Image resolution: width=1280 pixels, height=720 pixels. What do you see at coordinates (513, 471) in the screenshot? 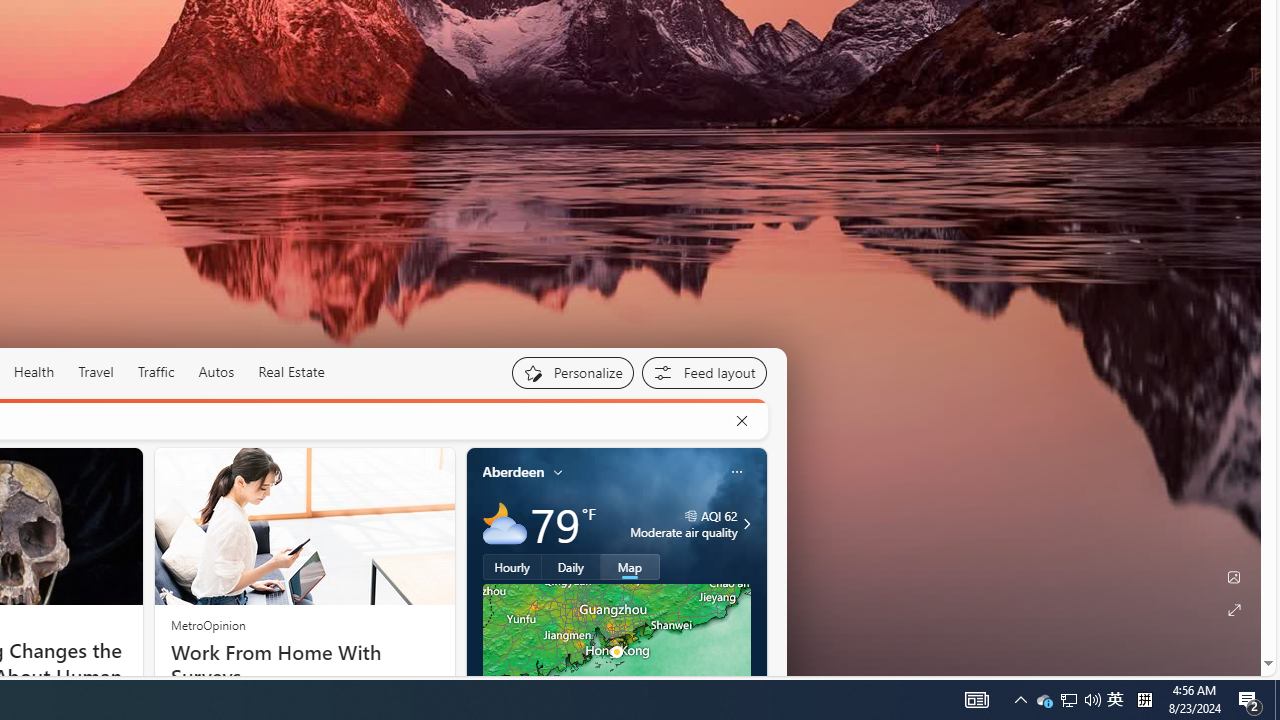
I see `'Aberdeen'` at bounding box center [513, 471].